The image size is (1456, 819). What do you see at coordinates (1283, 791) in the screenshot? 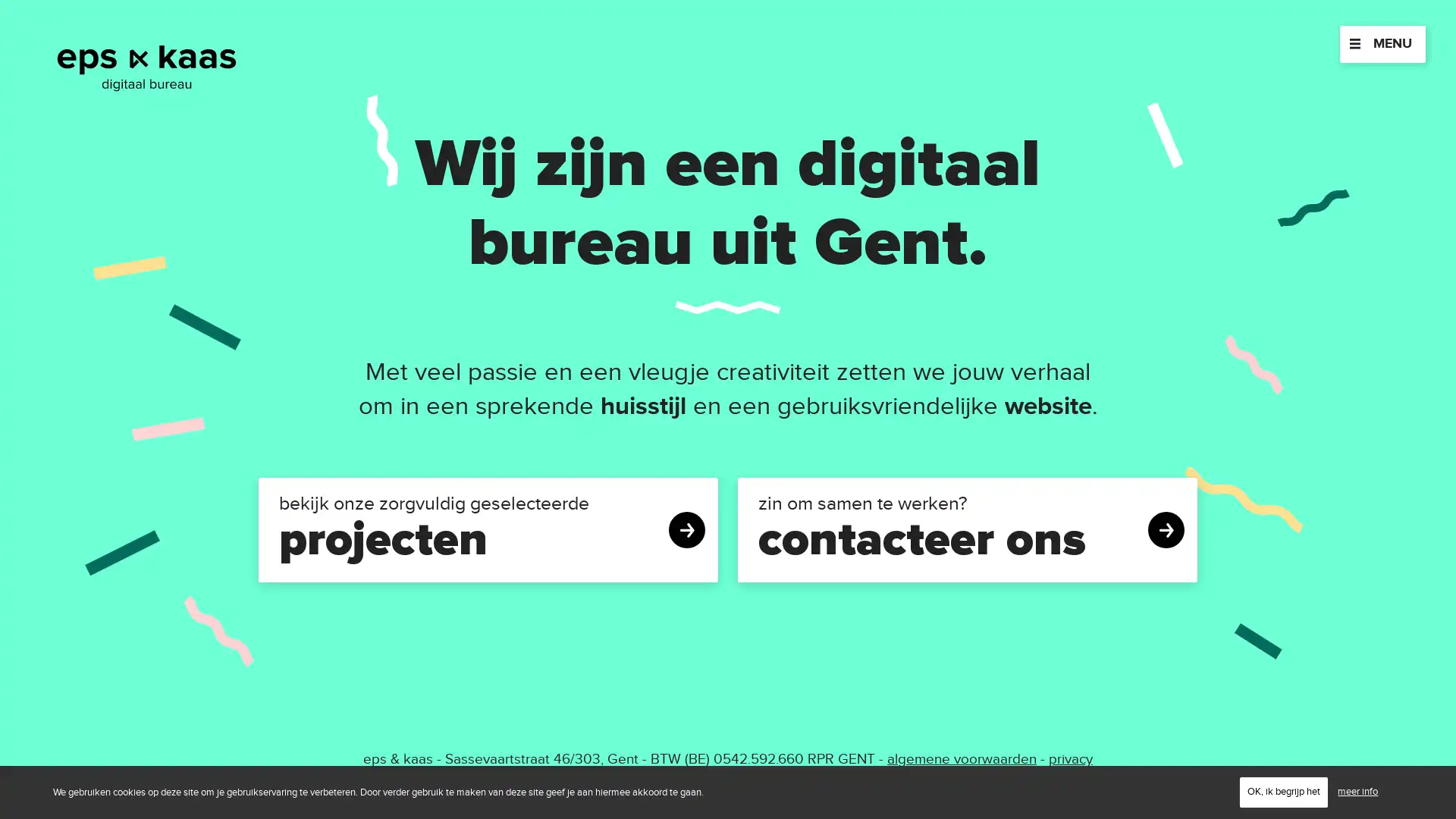
I see `OK, ik begrijp het` at bounding box center [1283, 791].